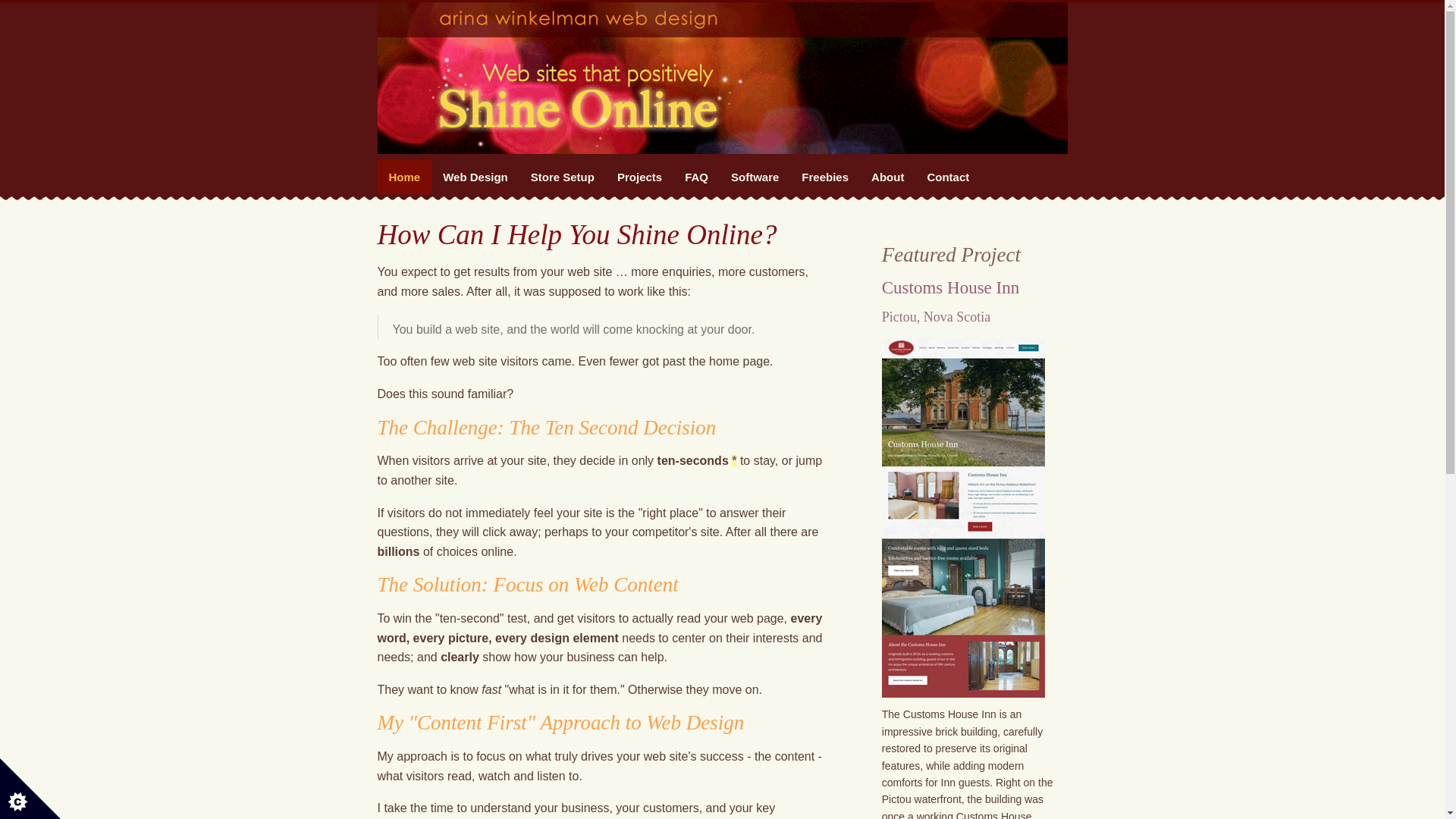 The image size is (1456, 819). I want to click on 'About', so click(887, 176).